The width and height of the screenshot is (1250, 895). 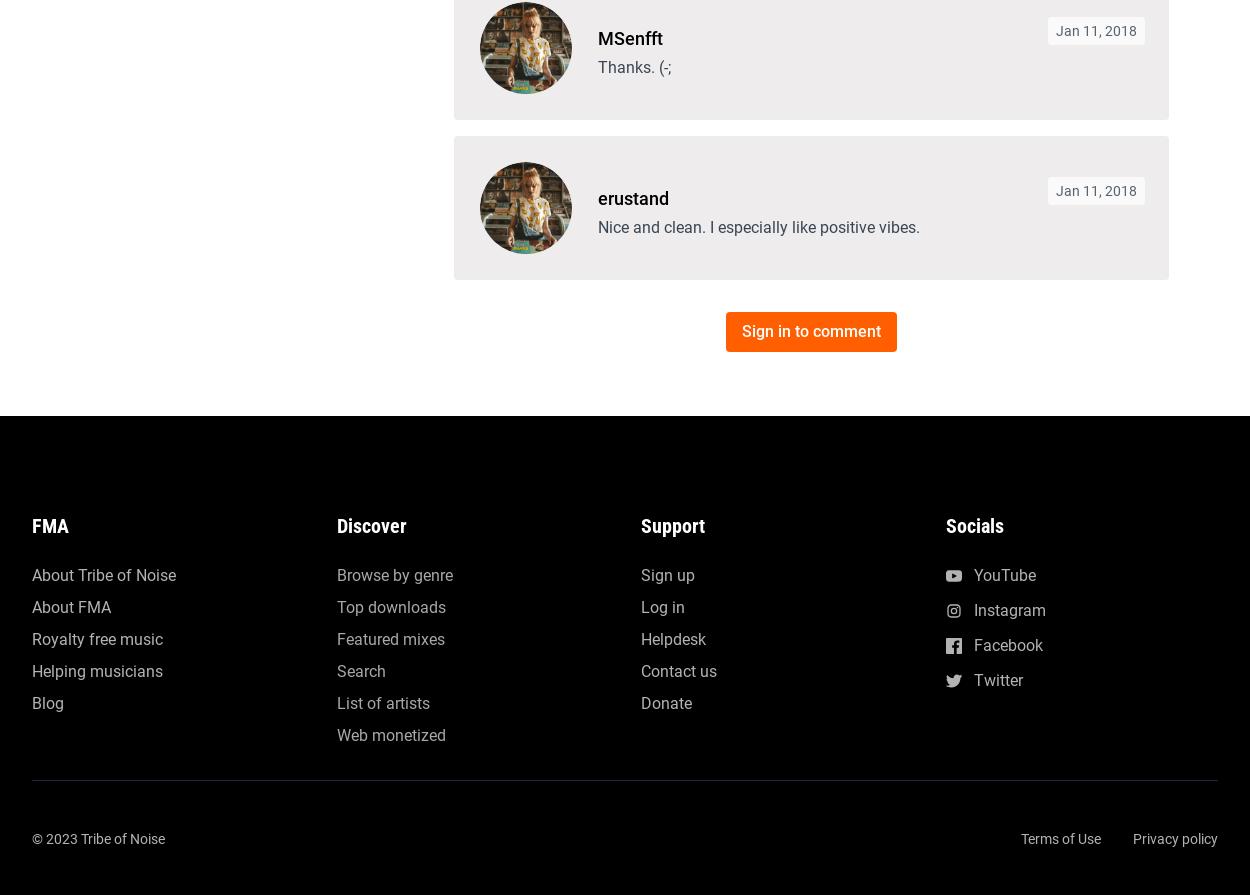 What do you see at coordinates (666, 67) in the screenshot?
I see `'Donate'` at bounding box center [666, 67].